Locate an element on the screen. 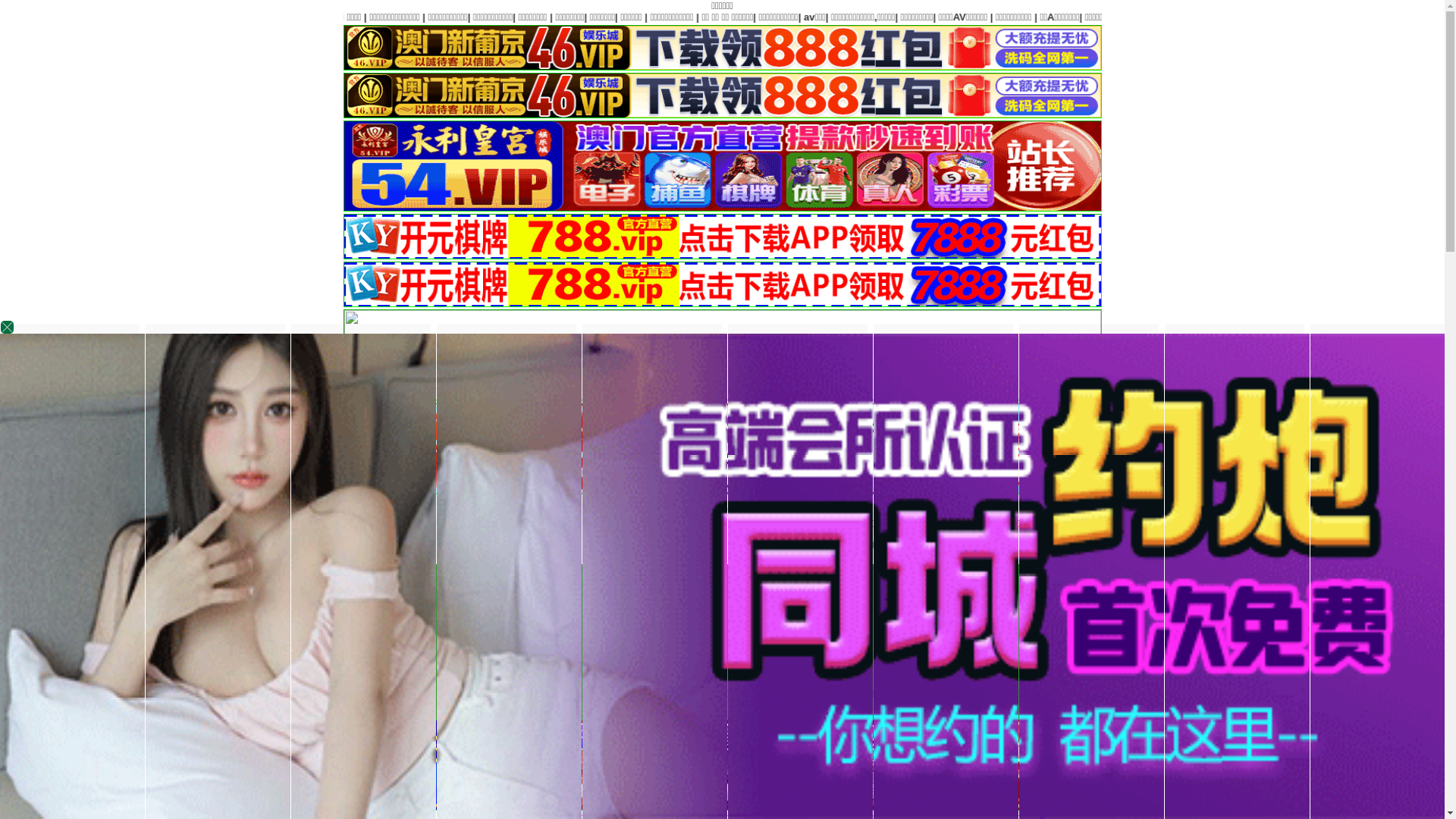  '|' is located at coordinates (1044, 17).